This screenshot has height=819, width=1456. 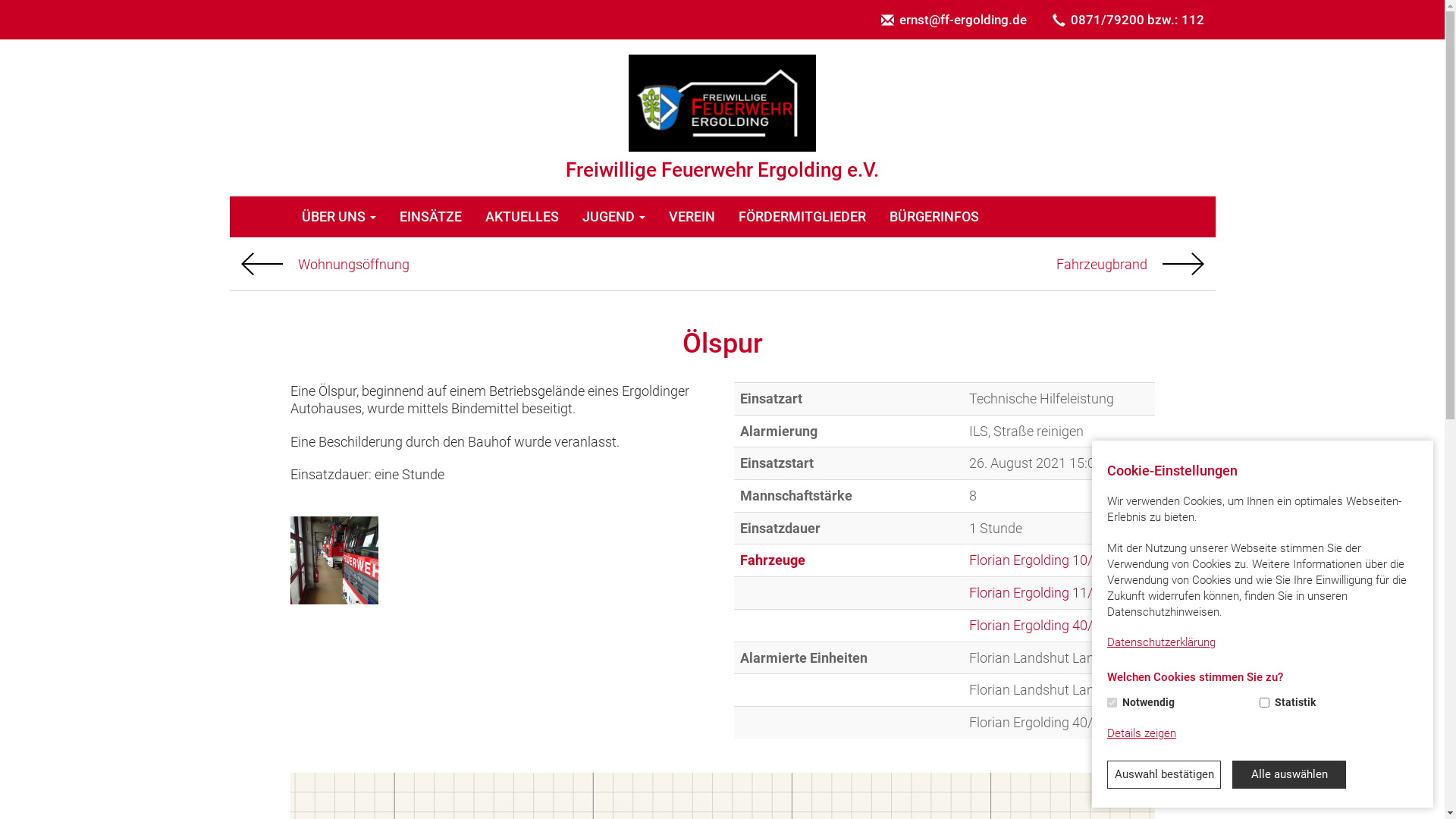 What do you see at coordinates (521, 216) in the screenshot?
I see `'AKTUELLES'` at bounding box center [521, 216].